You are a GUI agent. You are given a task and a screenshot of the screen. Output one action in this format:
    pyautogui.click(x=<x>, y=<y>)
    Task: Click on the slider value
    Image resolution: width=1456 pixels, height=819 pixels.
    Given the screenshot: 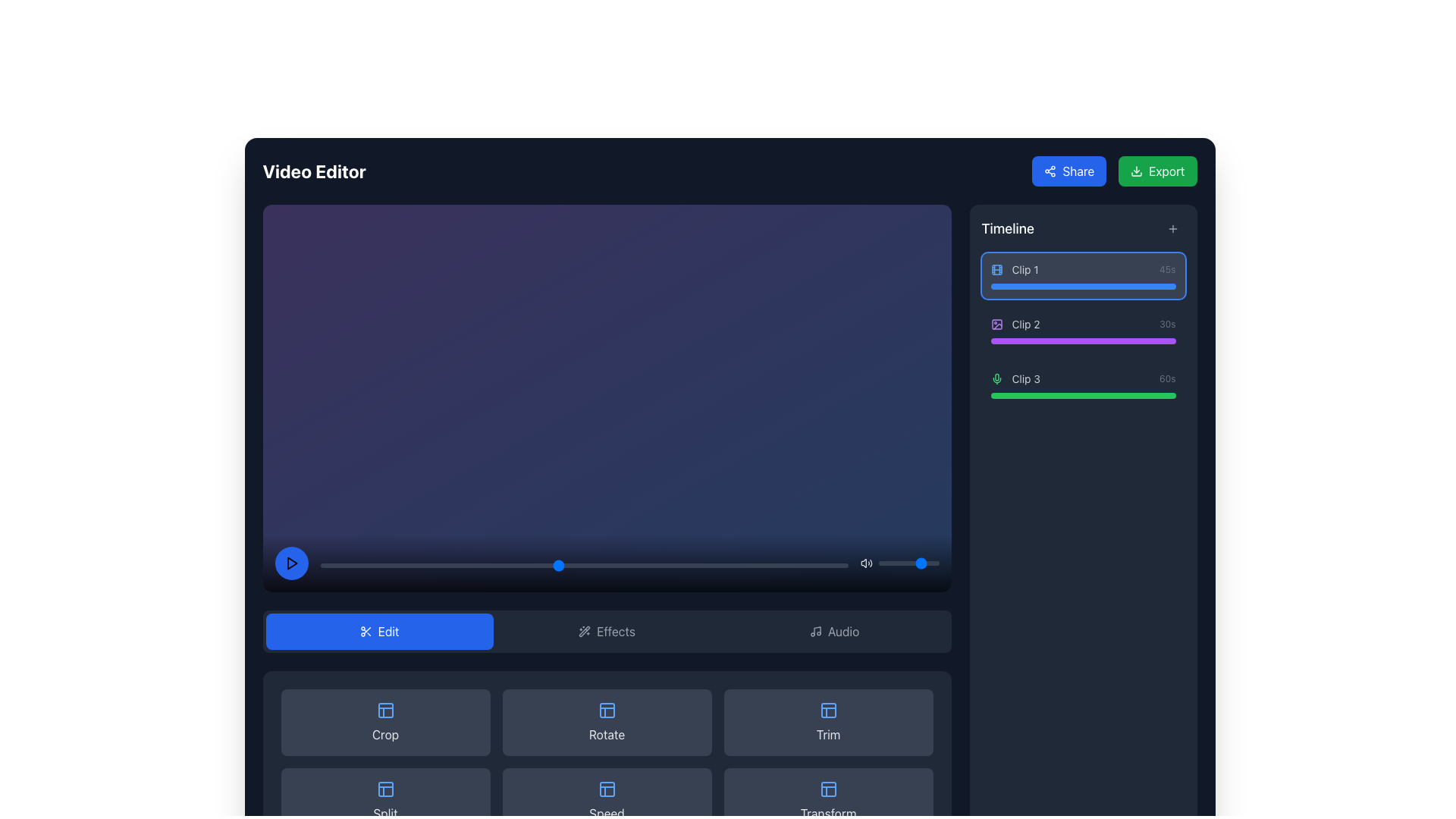 What is the action you would take?
    pyautogui.click(x=378, y=564)
    